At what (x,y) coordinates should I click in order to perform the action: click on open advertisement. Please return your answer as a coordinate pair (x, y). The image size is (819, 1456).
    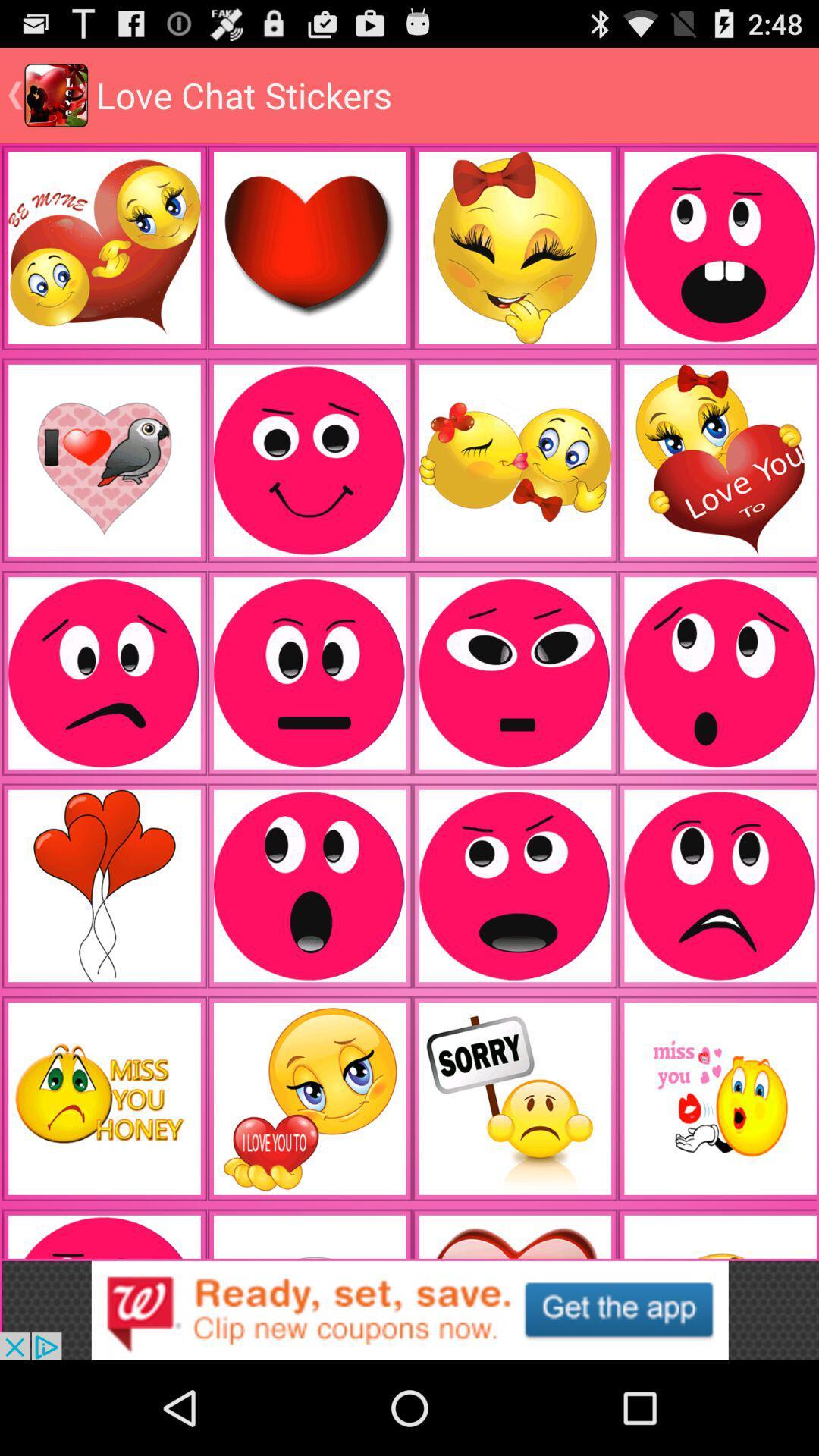
    Looking at the image, I should click on (409, 1310).